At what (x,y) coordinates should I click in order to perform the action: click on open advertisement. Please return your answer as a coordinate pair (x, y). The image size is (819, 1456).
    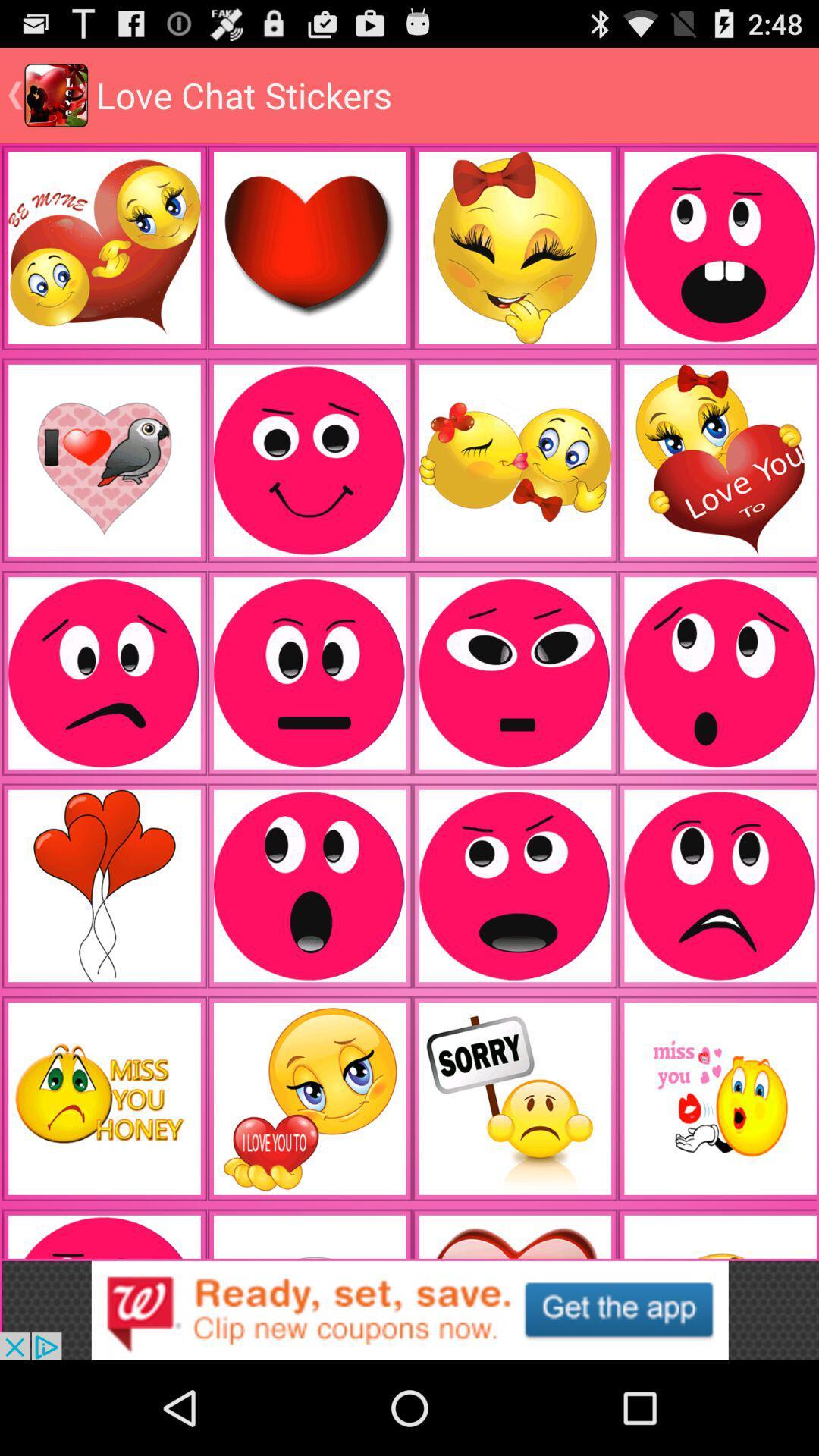
    Looking at the image, I should click on (409, 1310).